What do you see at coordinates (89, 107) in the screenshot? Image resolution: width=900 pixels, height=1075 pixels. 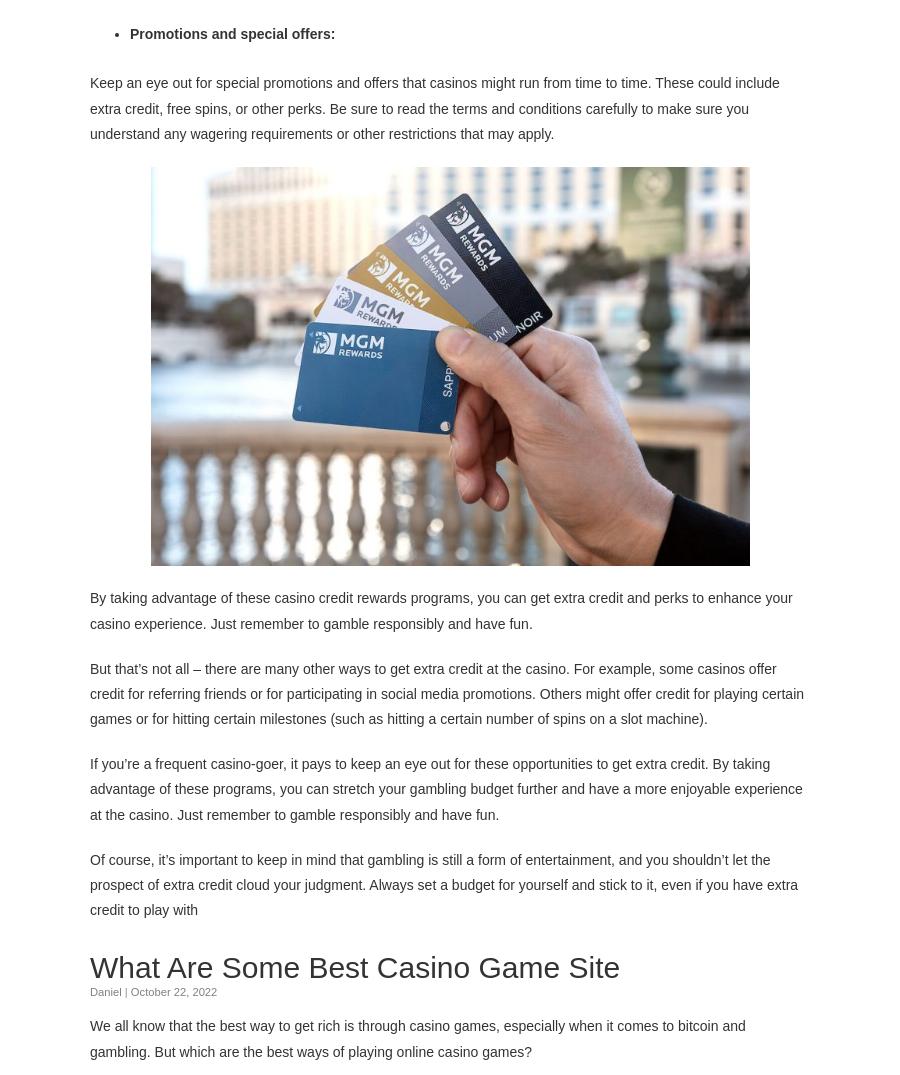 I see `'Keep an eye out for special promotions and offers that casinos might run from time to time. These could include extra credit, free spins, or other perks. Be sure to read the terms and conditions carefully to make sure you understand any wagering requirements or other restrictions that may apply.'` at bounding box center [89, 107].